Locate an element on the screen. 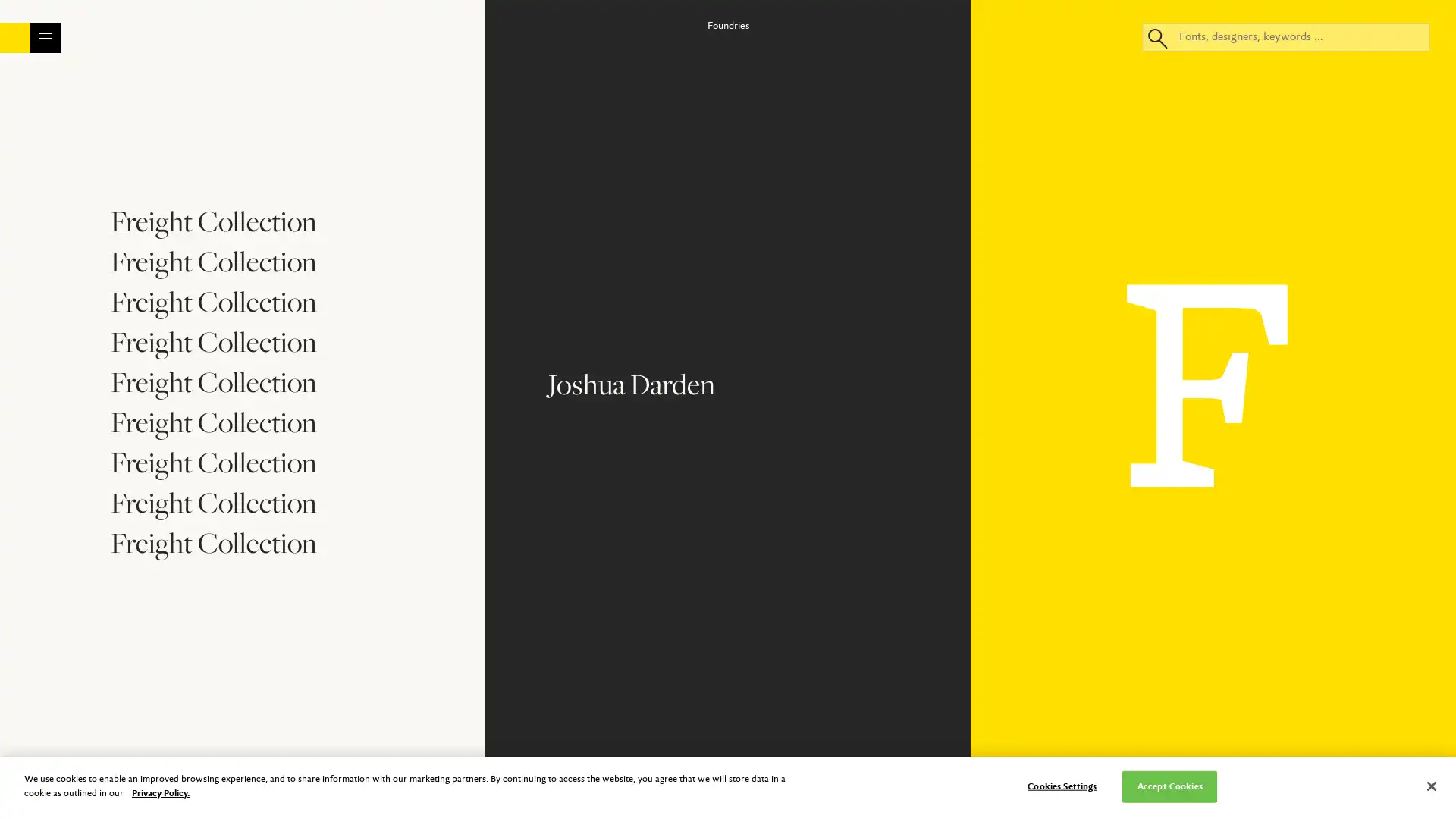 Image resolution: width=1456 pixels, height=819 pixels. Close is located at coordinates (861, 108).